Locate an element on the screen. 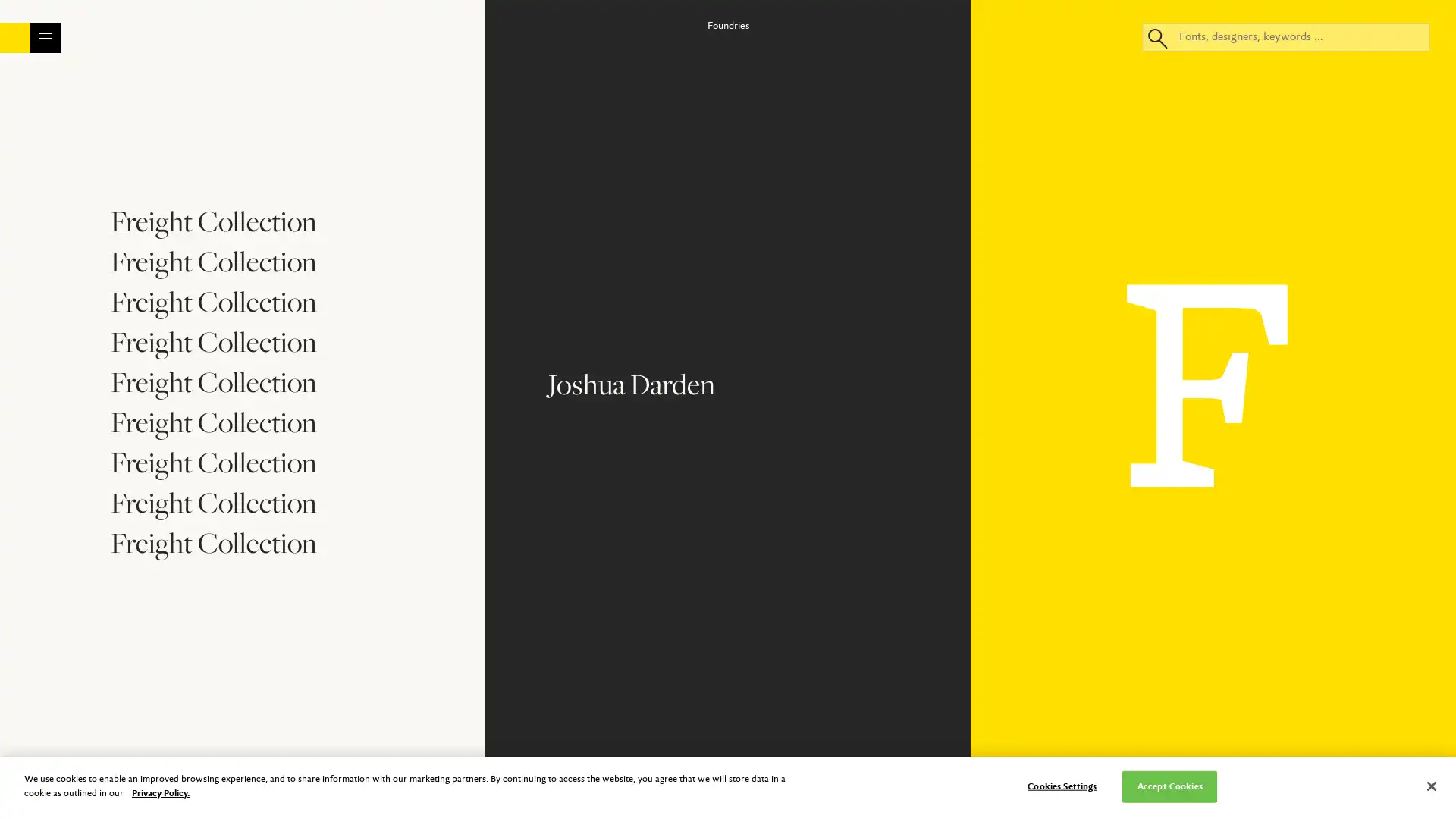 Image resolution: width=1456 pixels, height=819 pixels. Close is located at coordinates (861, 108).